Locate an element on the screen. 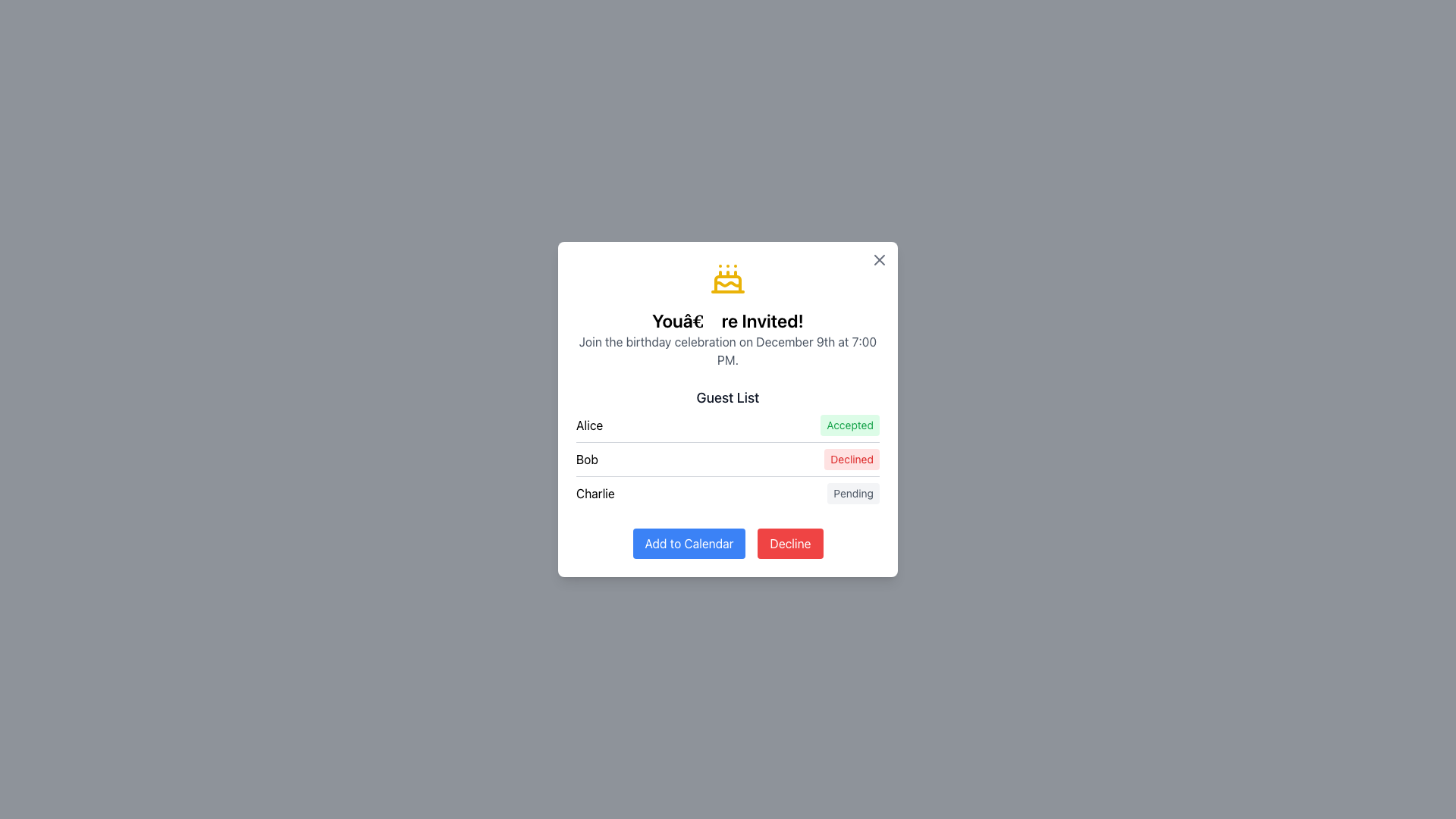  the 'Pending' status label in the 'Guest List' section, located in the row for 'Charlie', which is the third status indicator in the list is located at coordinates (853, 494).